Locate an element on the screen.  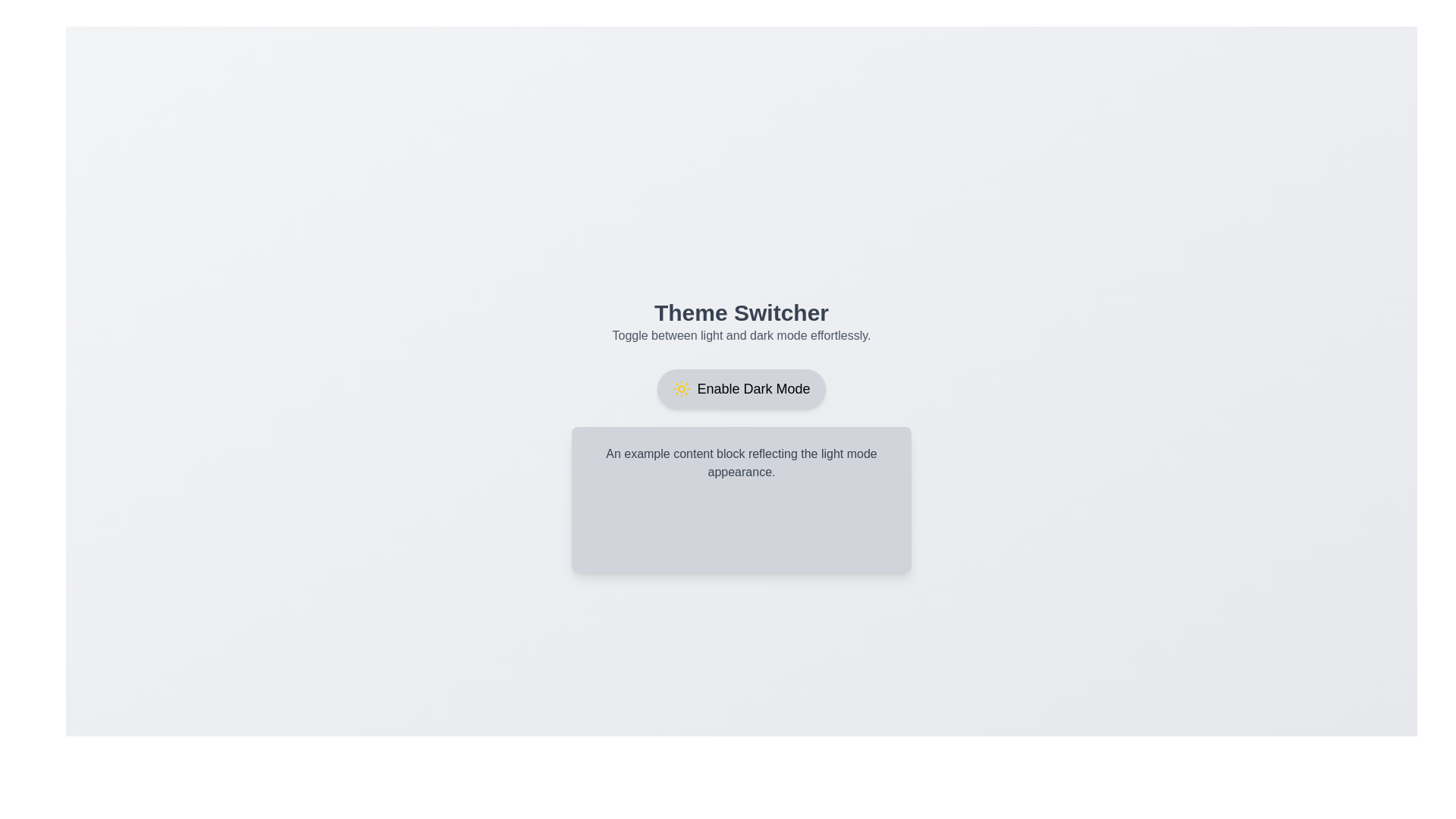
the theme switcher button that toggles between light and dark modes is located at coordinates (742, 388).